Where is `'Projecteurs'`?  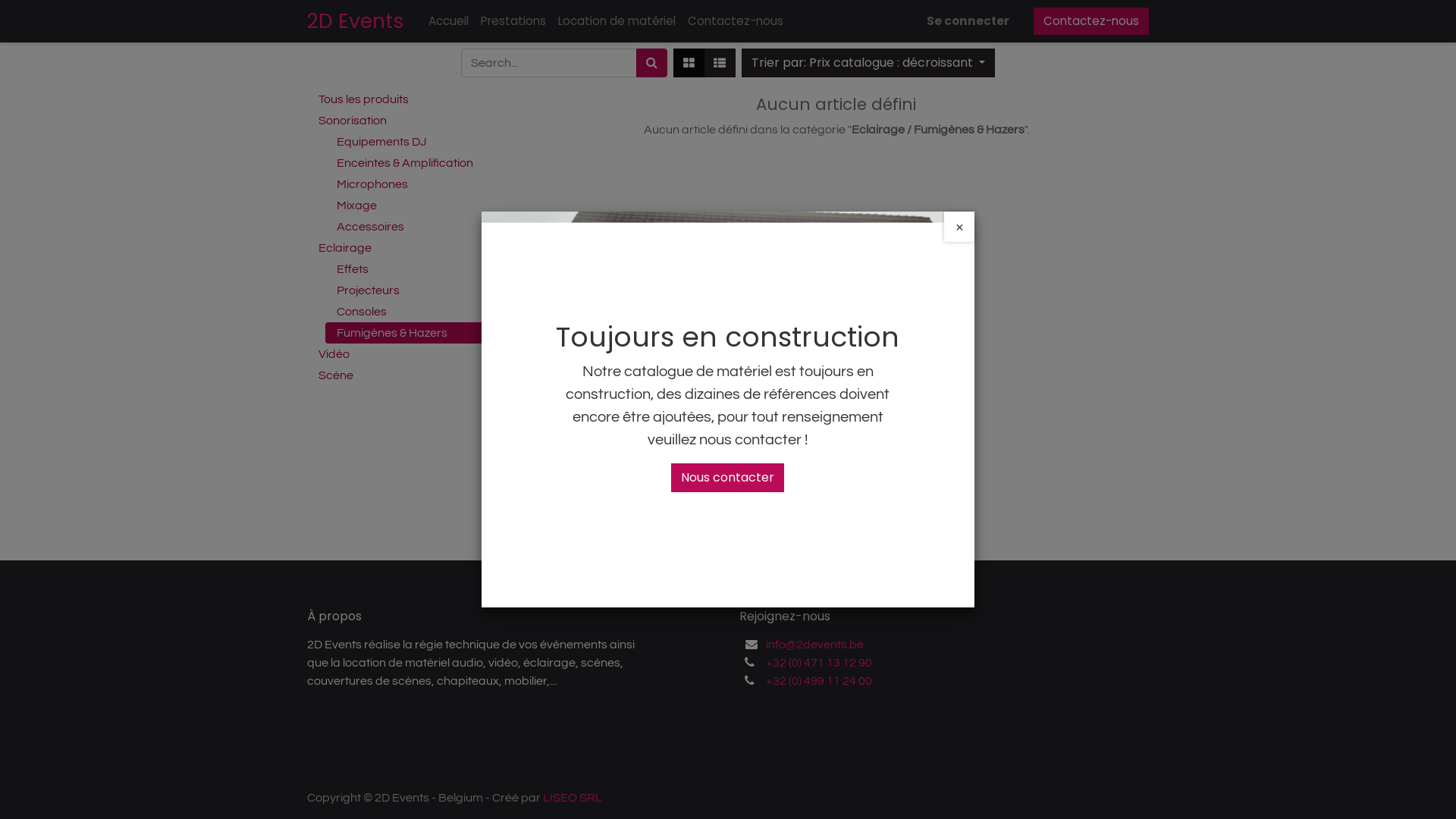
'Projecteurs' is located at coordinates (324, 290).